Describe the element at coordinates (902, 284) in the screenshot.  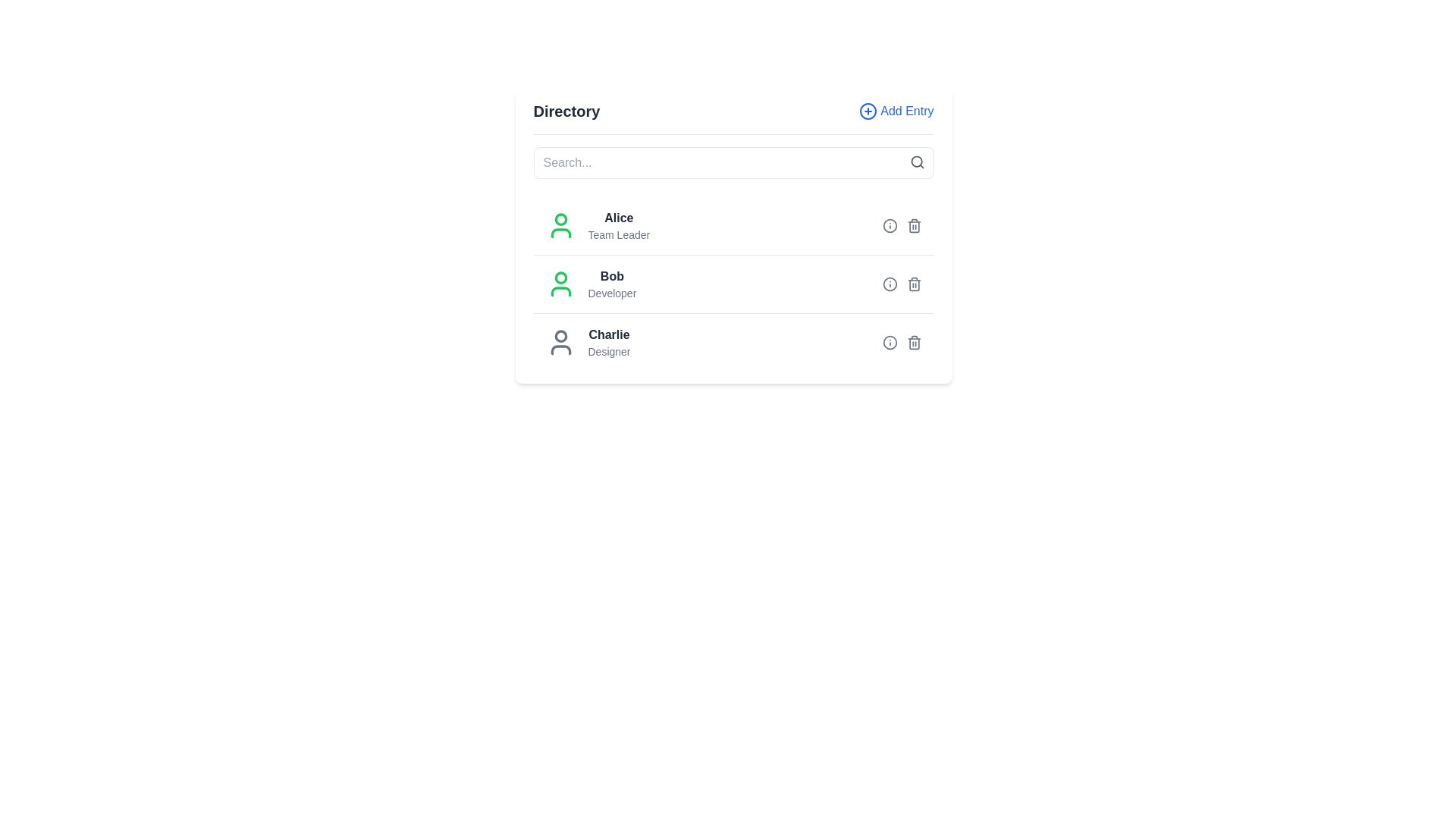
I see `the interactive icons in the group located to the far right of the row containing 'Bob', after the text 'Developer'` at that location.